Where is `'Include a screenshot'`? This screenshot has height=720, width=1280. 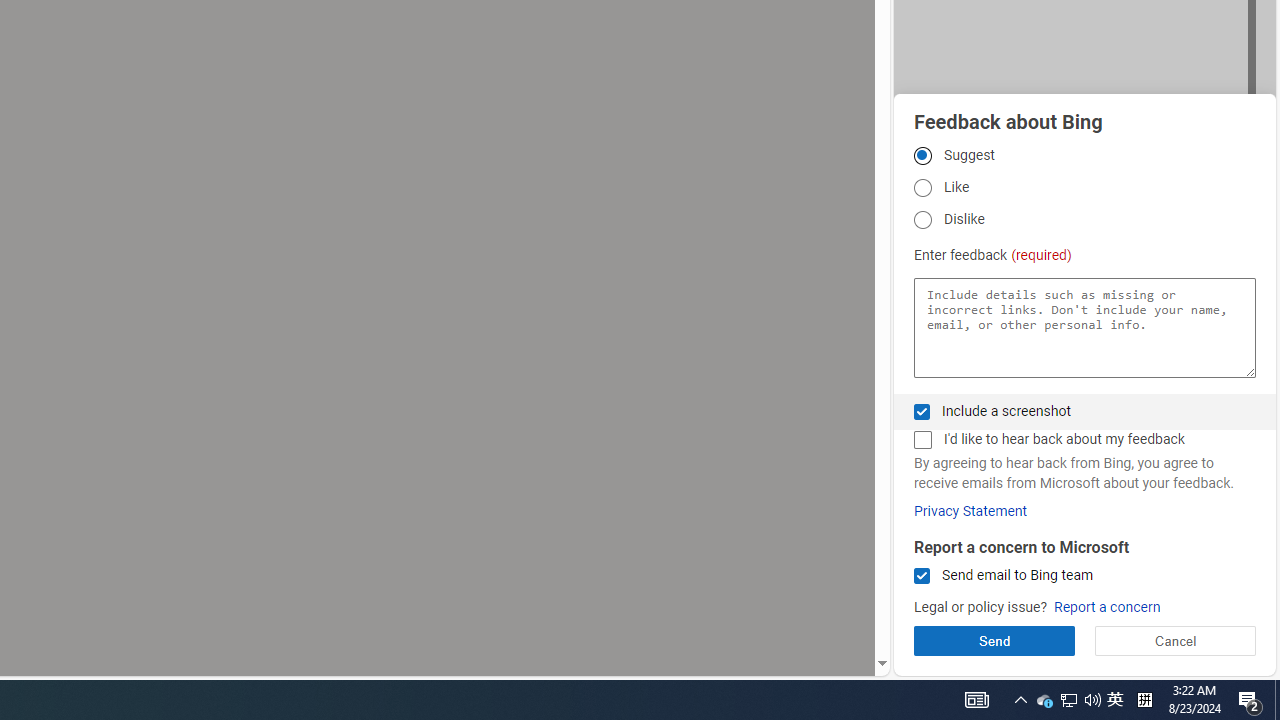
'Include a screenshot' is located at coordinates (921, 410).